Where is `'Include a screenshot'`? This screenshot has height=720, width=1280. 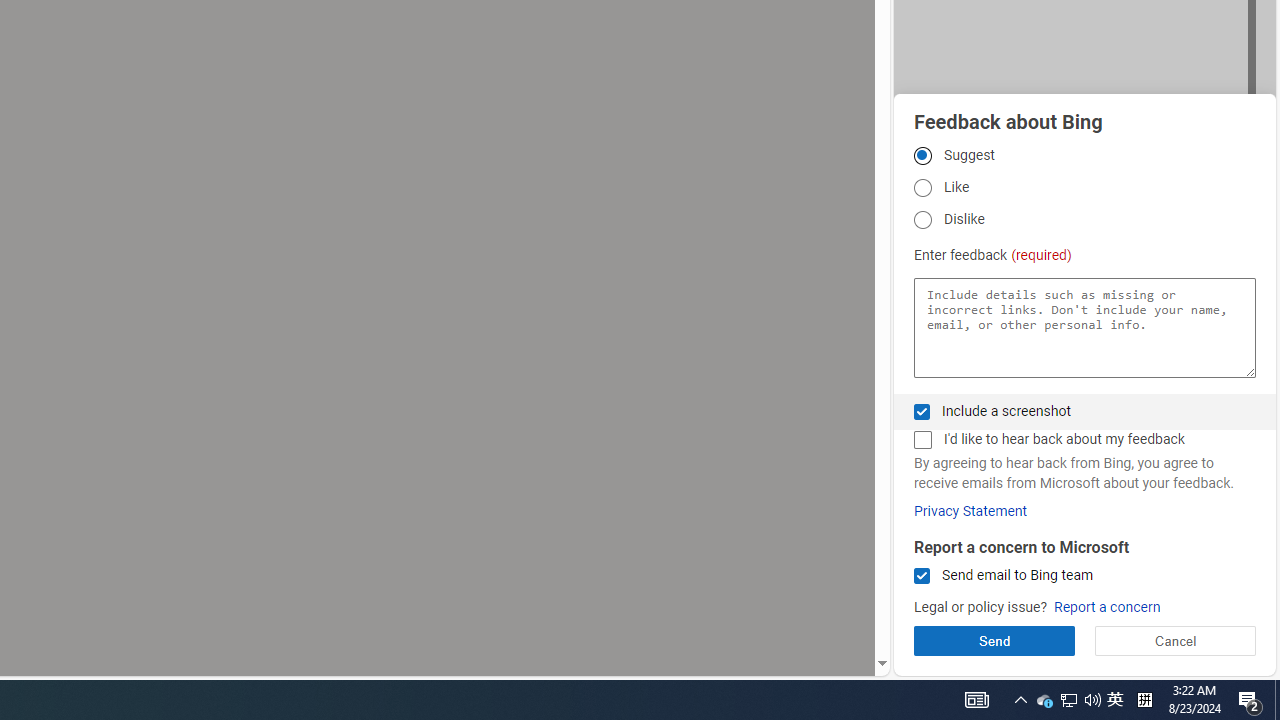
'Include a screenshot' is located at coordinates (921, 410).